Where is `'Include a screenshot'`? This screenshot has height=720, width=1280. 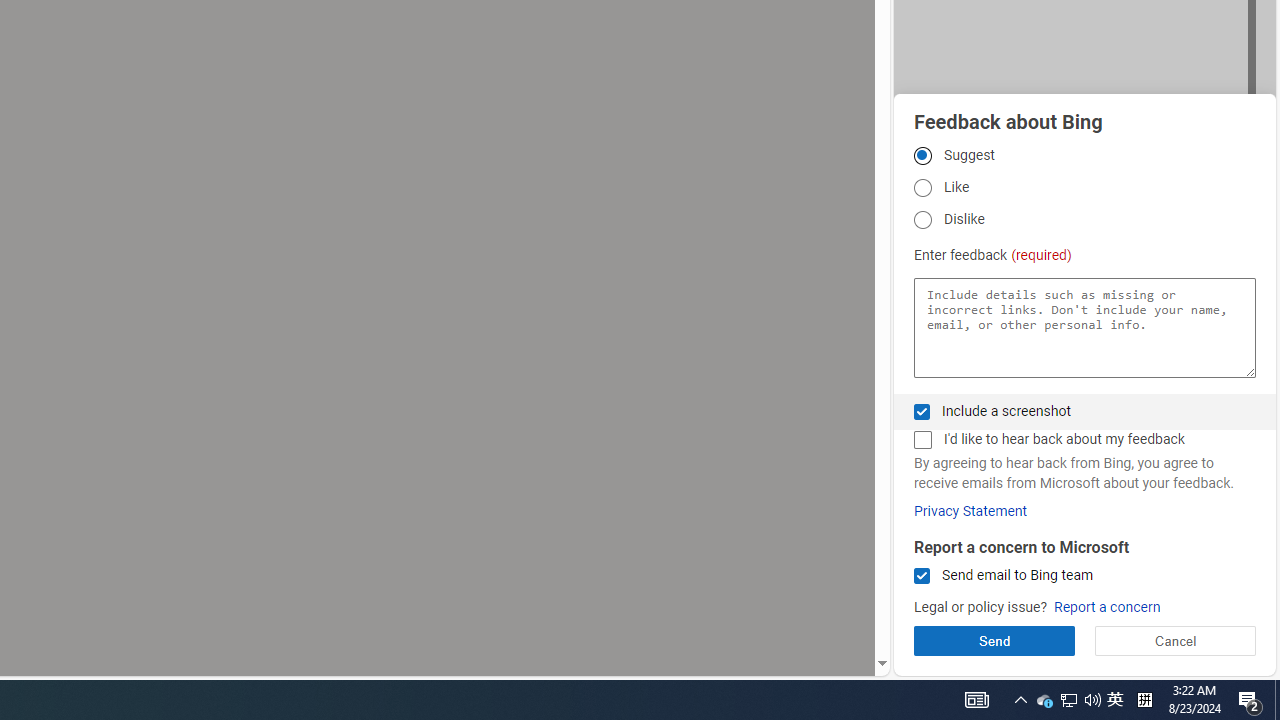
'Include a screenshot' is located at coordinates (921, 410).